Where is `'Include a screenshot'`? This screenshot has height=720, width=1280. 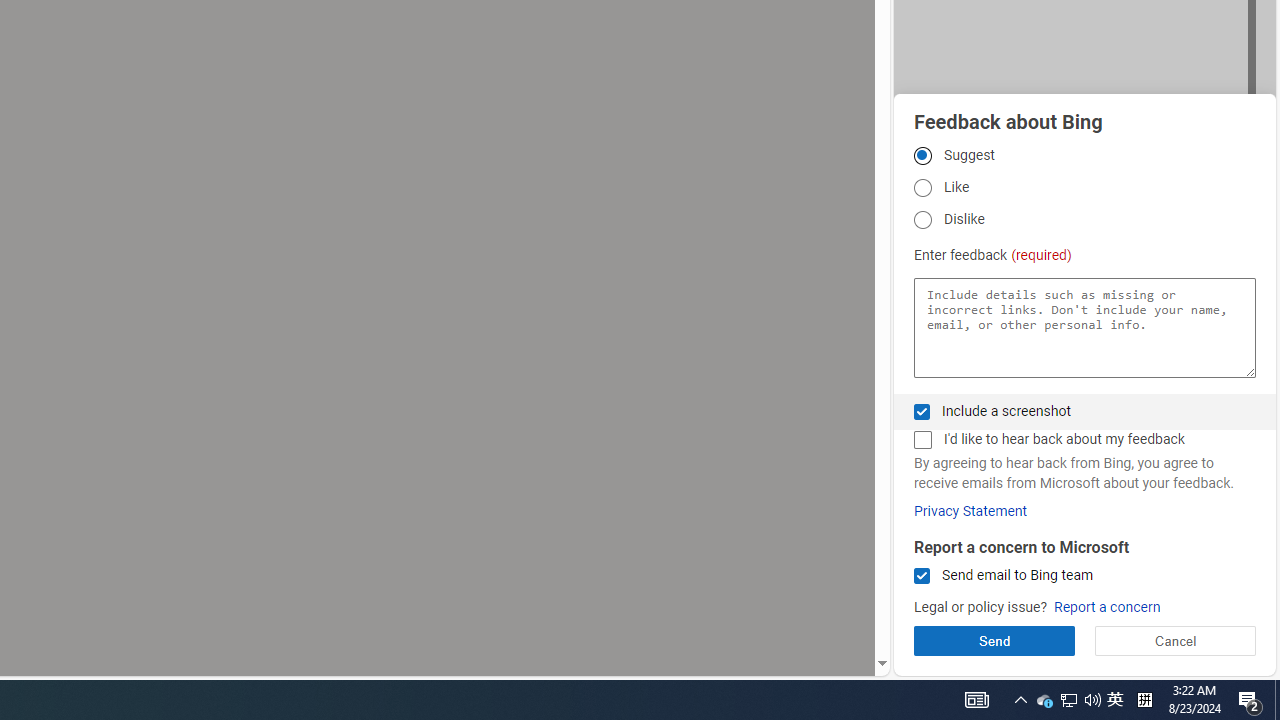
'Include a screenshot' is located at coordinates (921, 410).